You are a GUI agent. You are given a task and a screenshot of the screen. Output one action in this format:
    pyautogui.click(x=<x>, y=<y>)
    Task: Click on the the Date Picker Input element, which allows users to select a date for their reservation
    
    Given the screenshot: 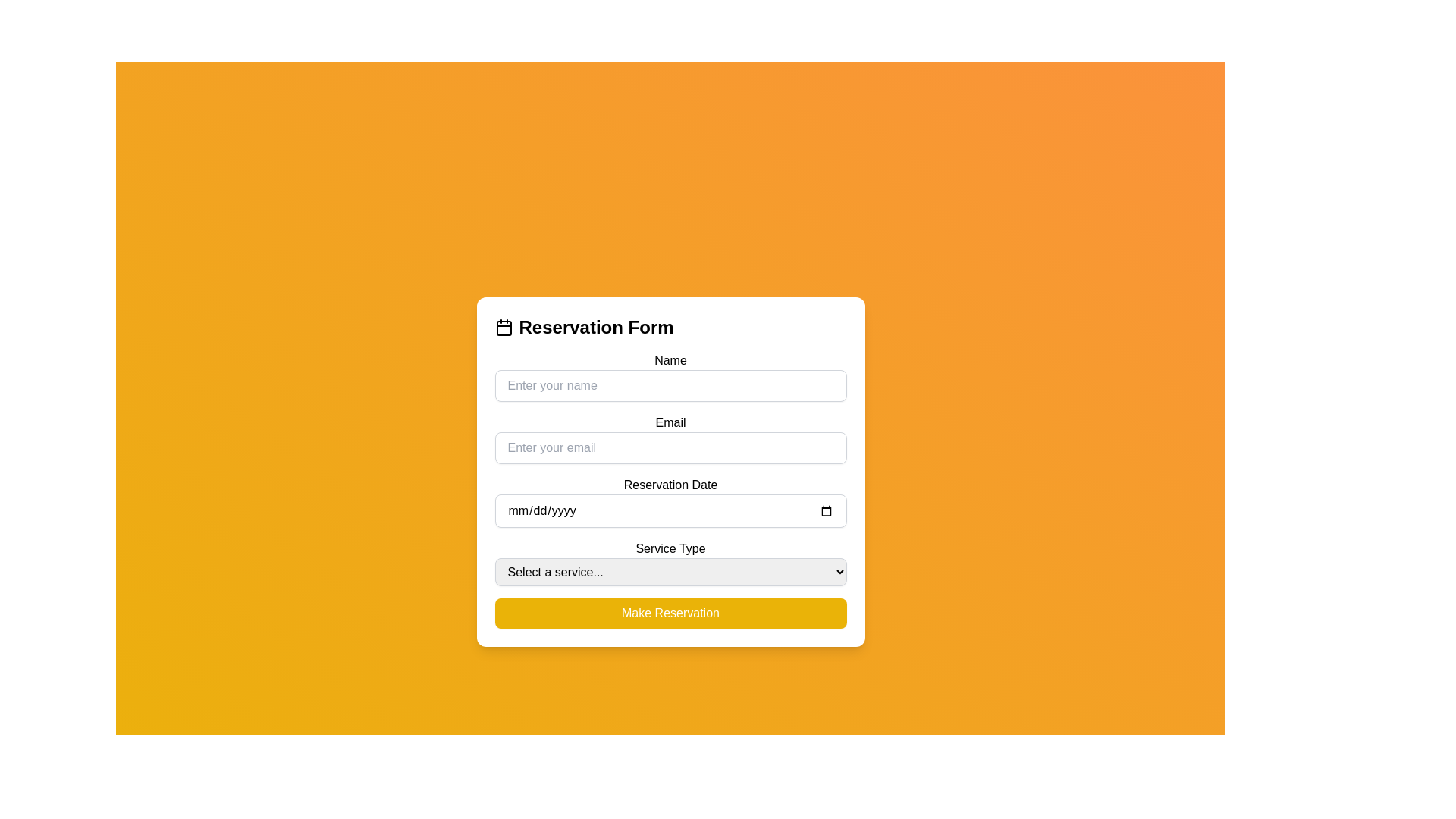 What is the action you would take?
    pyautogui.click(x=670, y=501)
    